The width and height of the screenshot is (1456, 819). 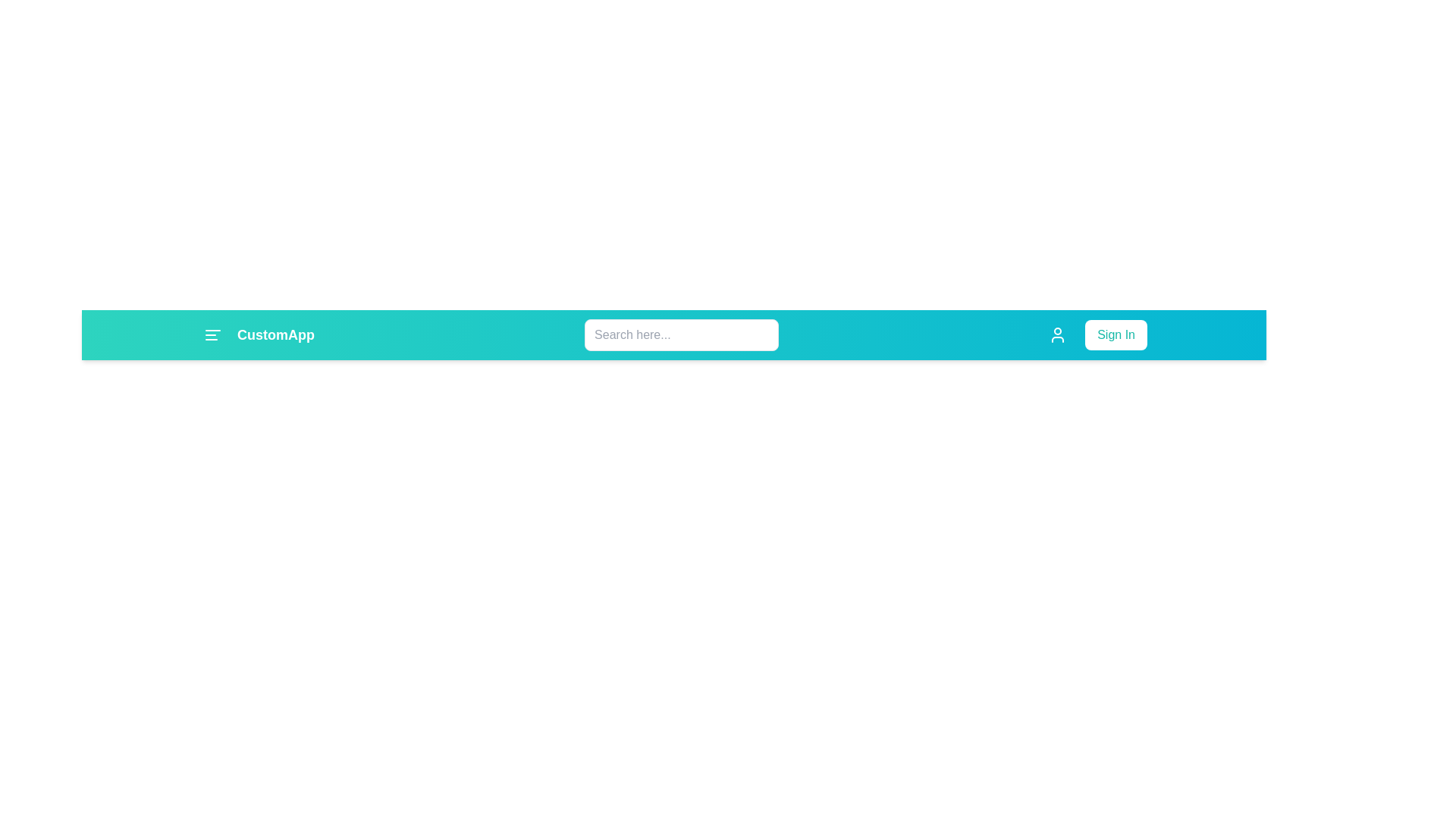 What do you see at coordinates (258, 334) in the screenshot?
I see `the application title 'CustomApp'` at bounding box center [258, 334].